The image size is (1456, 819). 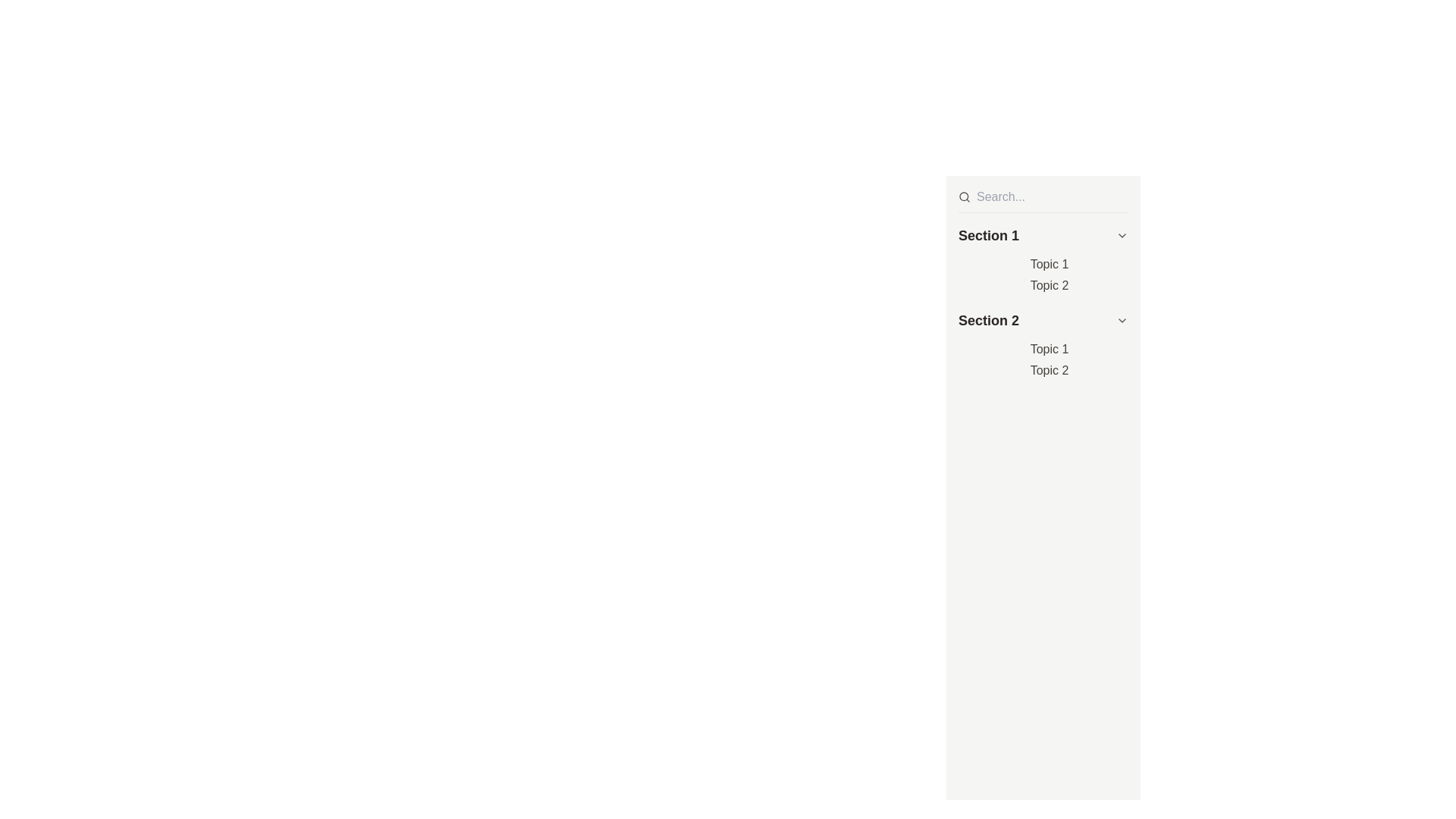 I want to click on the 'Topic 1' hyperlink located under Section 2 in the vertical navigation list, so click(x=1048, y=349).